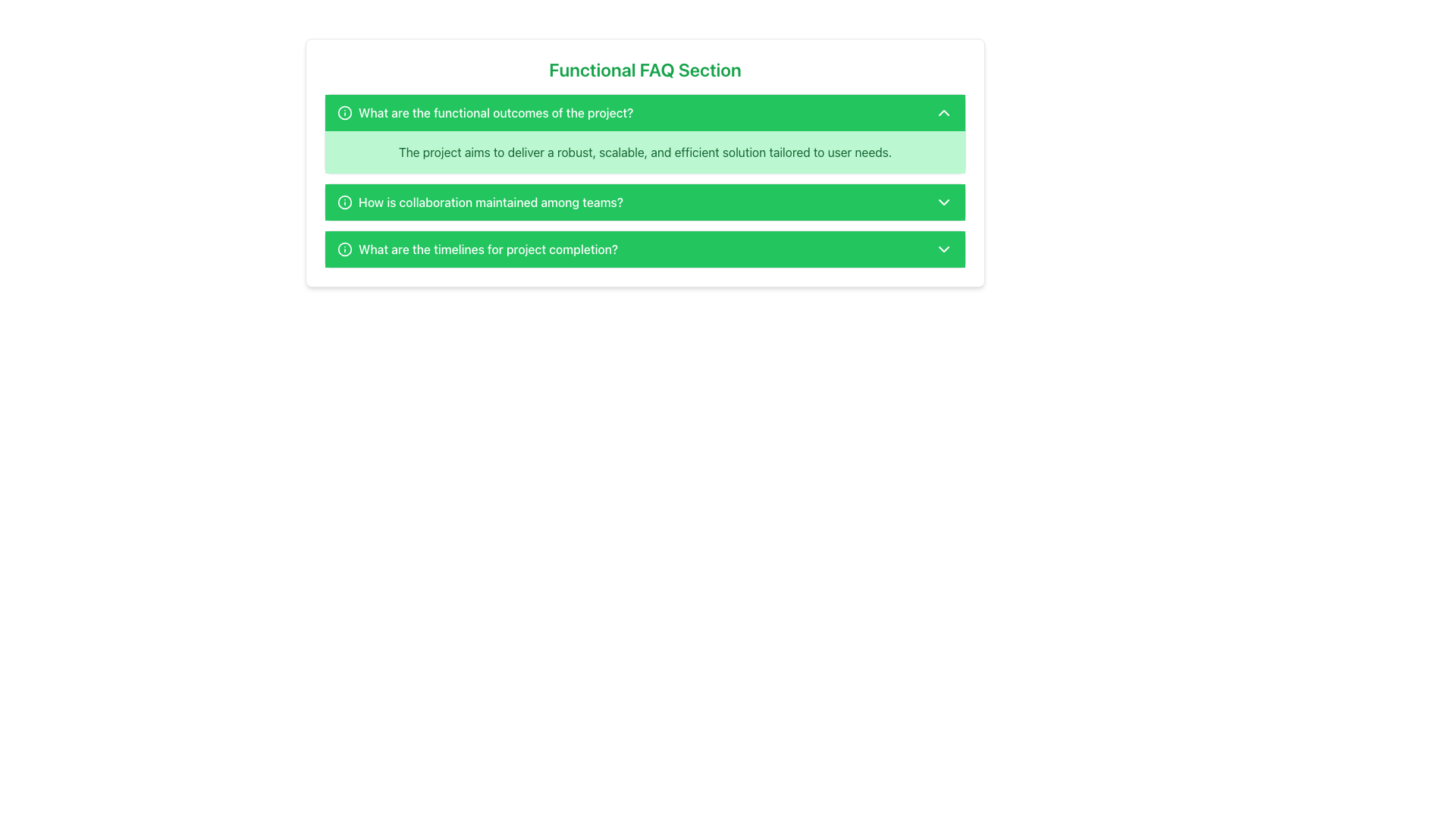  What do you see at coordinates (477, 248) in the screenshot?
I see `the text element displaying 'What are the timelines for project completion?'` at bounding box center [477, 248].